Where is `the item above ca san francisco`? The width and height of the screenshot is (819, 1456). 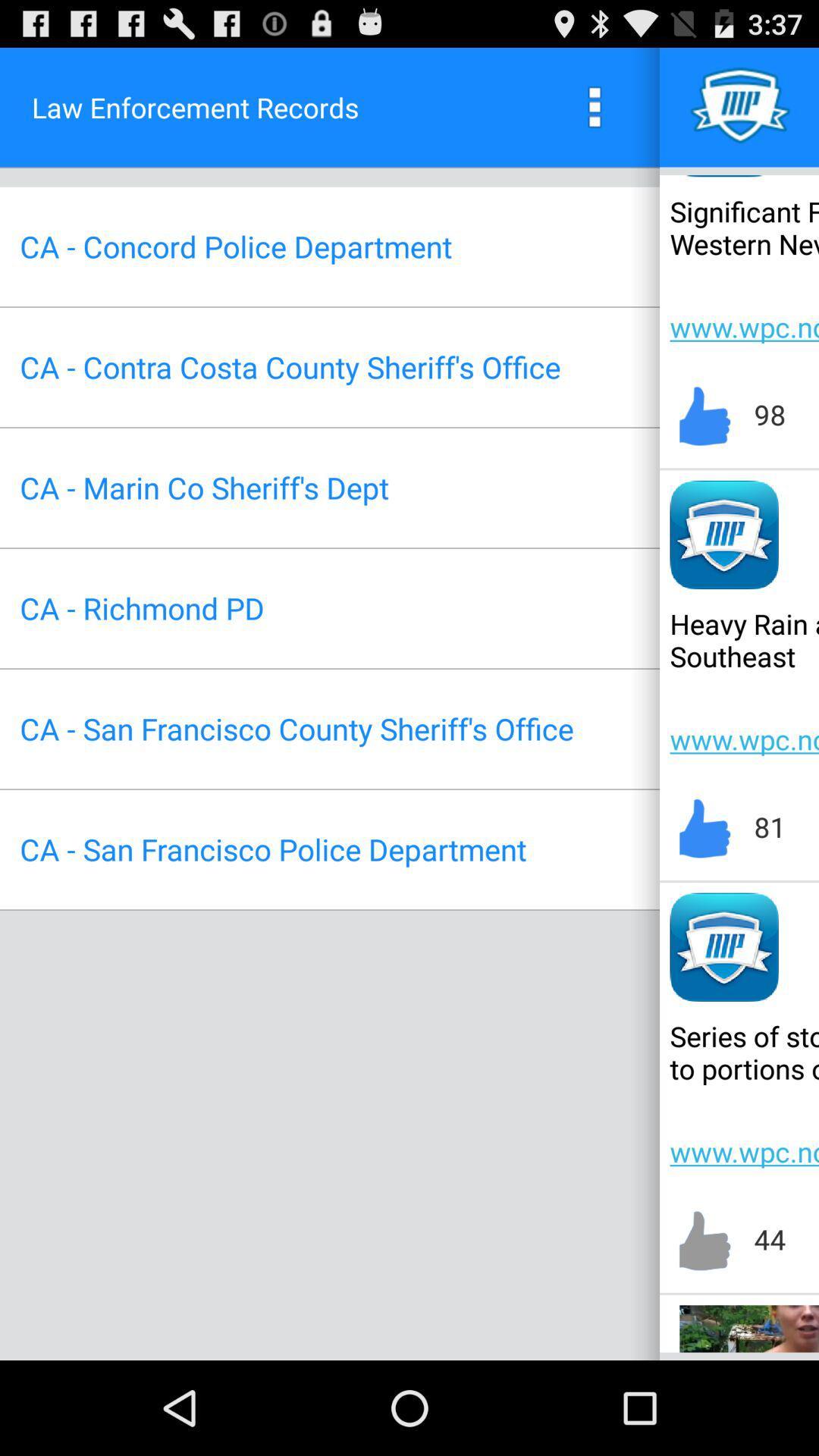 the item above ca san francisco is located at coordinates (142, 608).